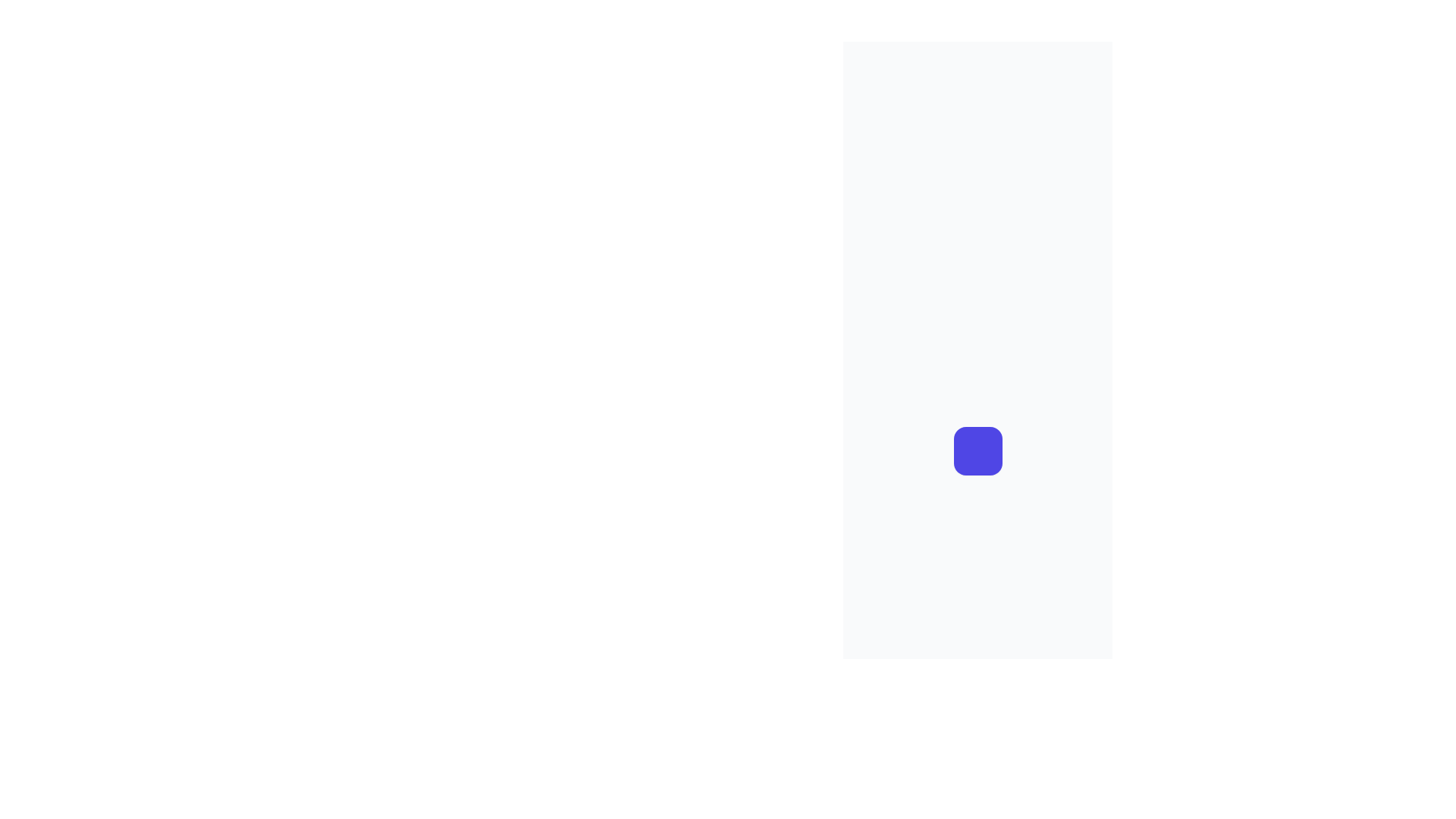  Describe the element at coordinates (977, 450) in the screenshot. I see `the interactive square with rounded edges that has a purple background` at that location.